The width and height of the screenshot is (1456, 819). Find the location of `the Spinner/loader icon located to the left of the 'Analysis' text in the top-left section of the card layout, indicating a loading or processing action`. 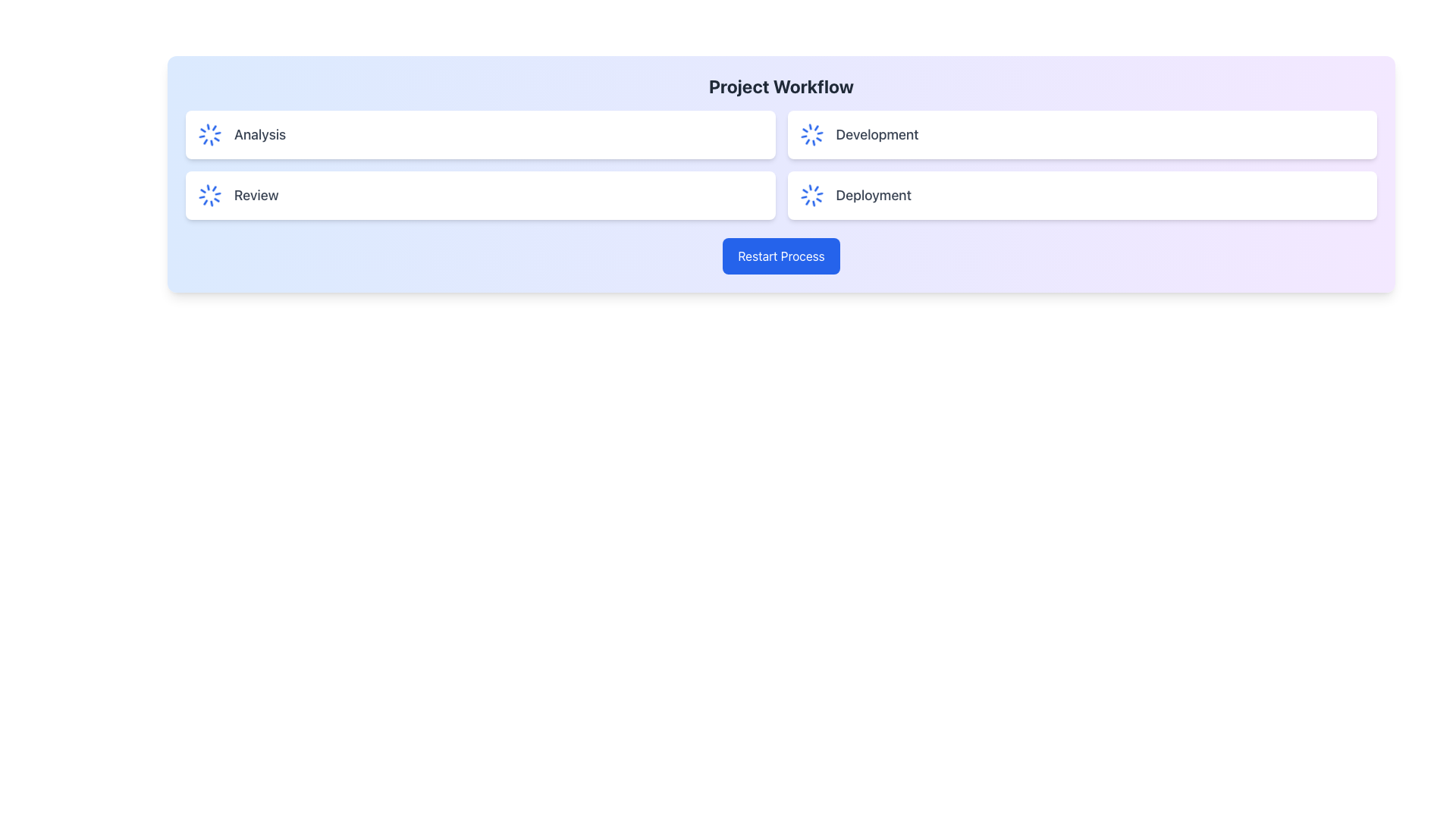

the Spinner/loader icon located to the left of the 'Analysis' text in the top-left section of the card layout, indicating a loading or processing action is located at coordinates (209, 133).